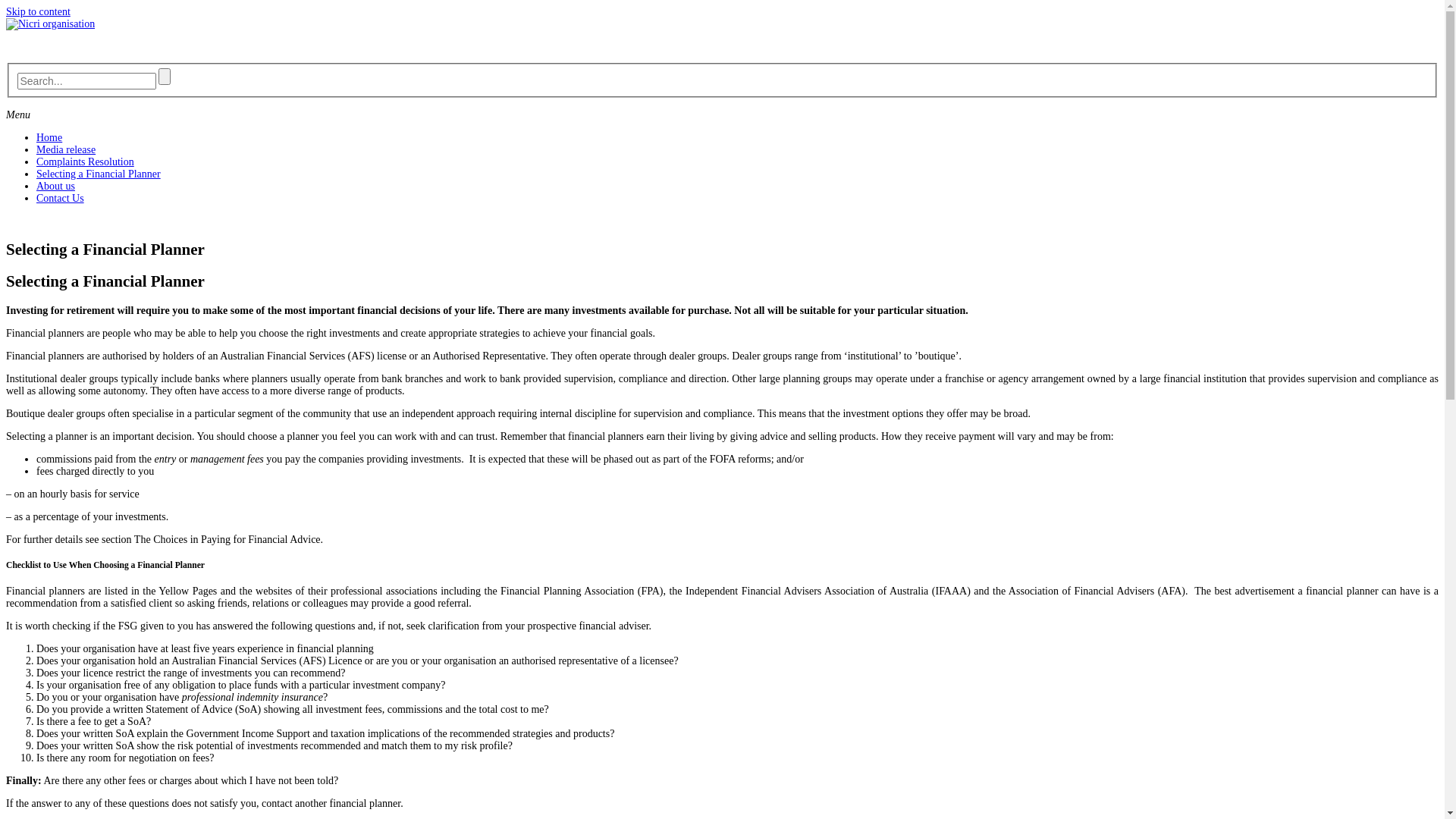 The height and width of the screenshot is (819, 1456). What do you see at coordinates (85, 81) in the screenshot?
I see `'Search for:'` at bounding box center [85, 81].